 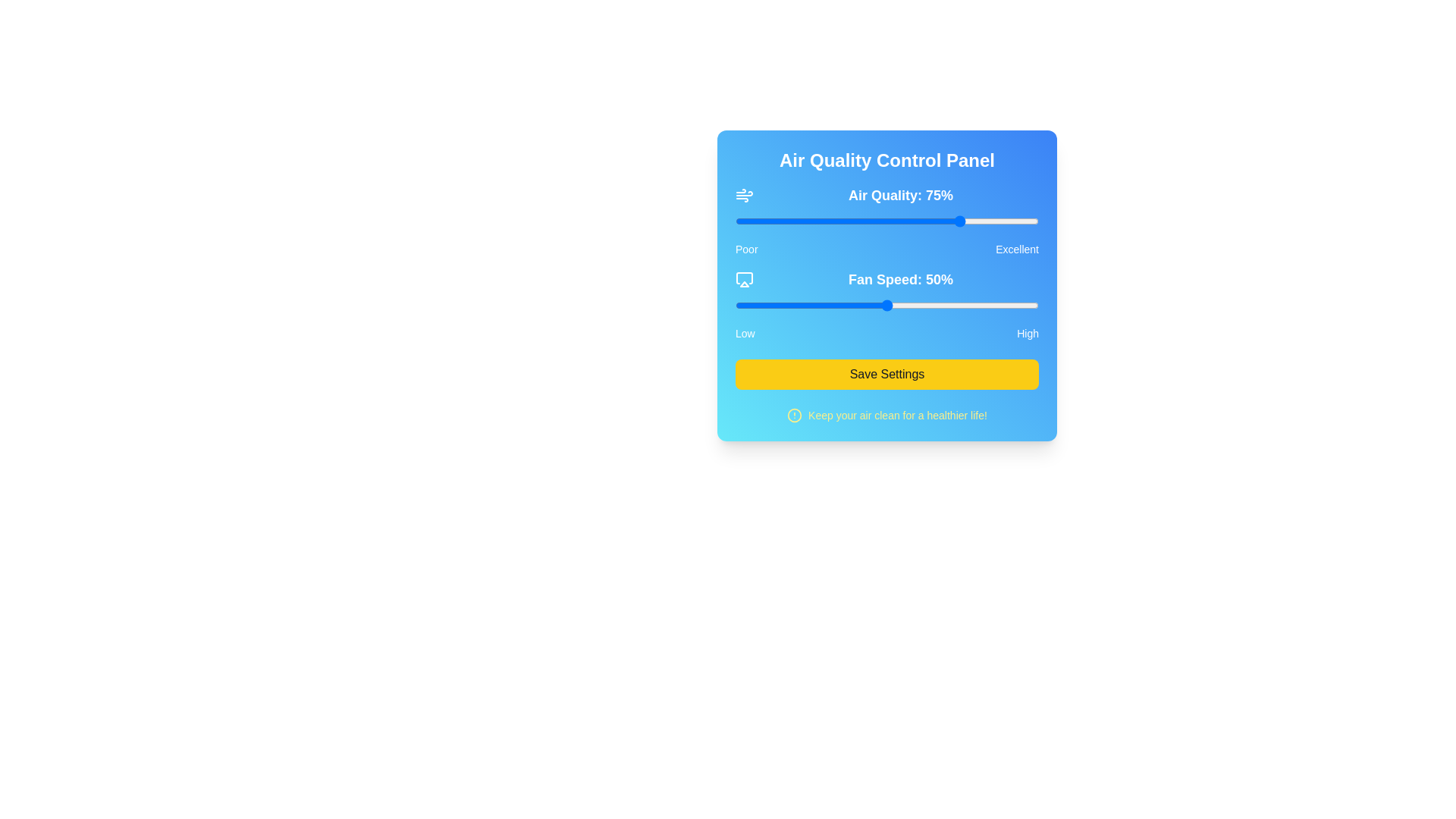 I want to click on the label displaying 'Low' and 'High', which is located below the 'Fan Speed: 50%' slider and above the 'Save Settings' button, so click(x=887, y=332).